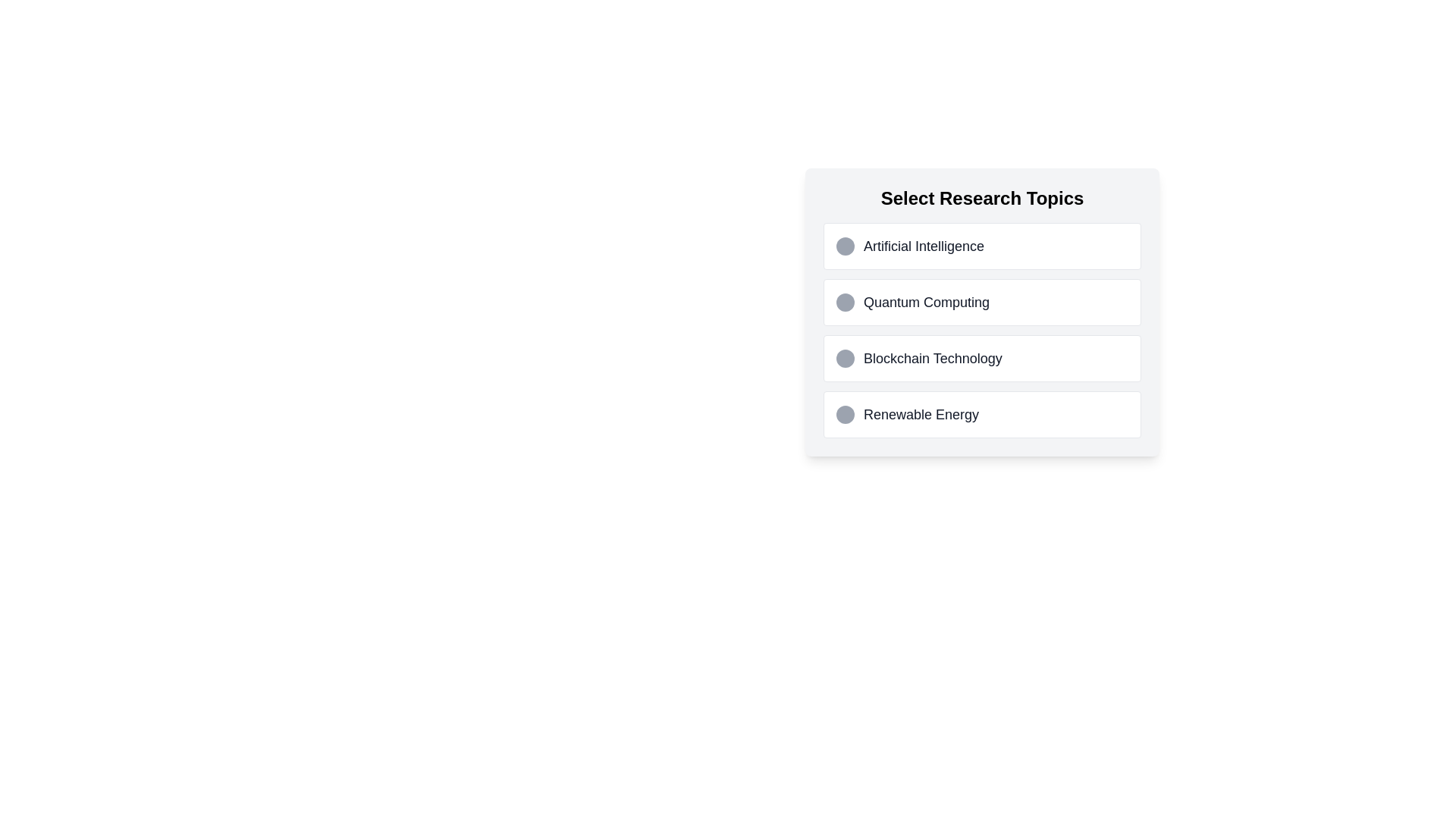 The height and width of the screenshot is (819, 1456). I want to click on the fourth selectable option labeled 'Renewable Energy' in the vertically stacked list for additional information, so click(908, 415).